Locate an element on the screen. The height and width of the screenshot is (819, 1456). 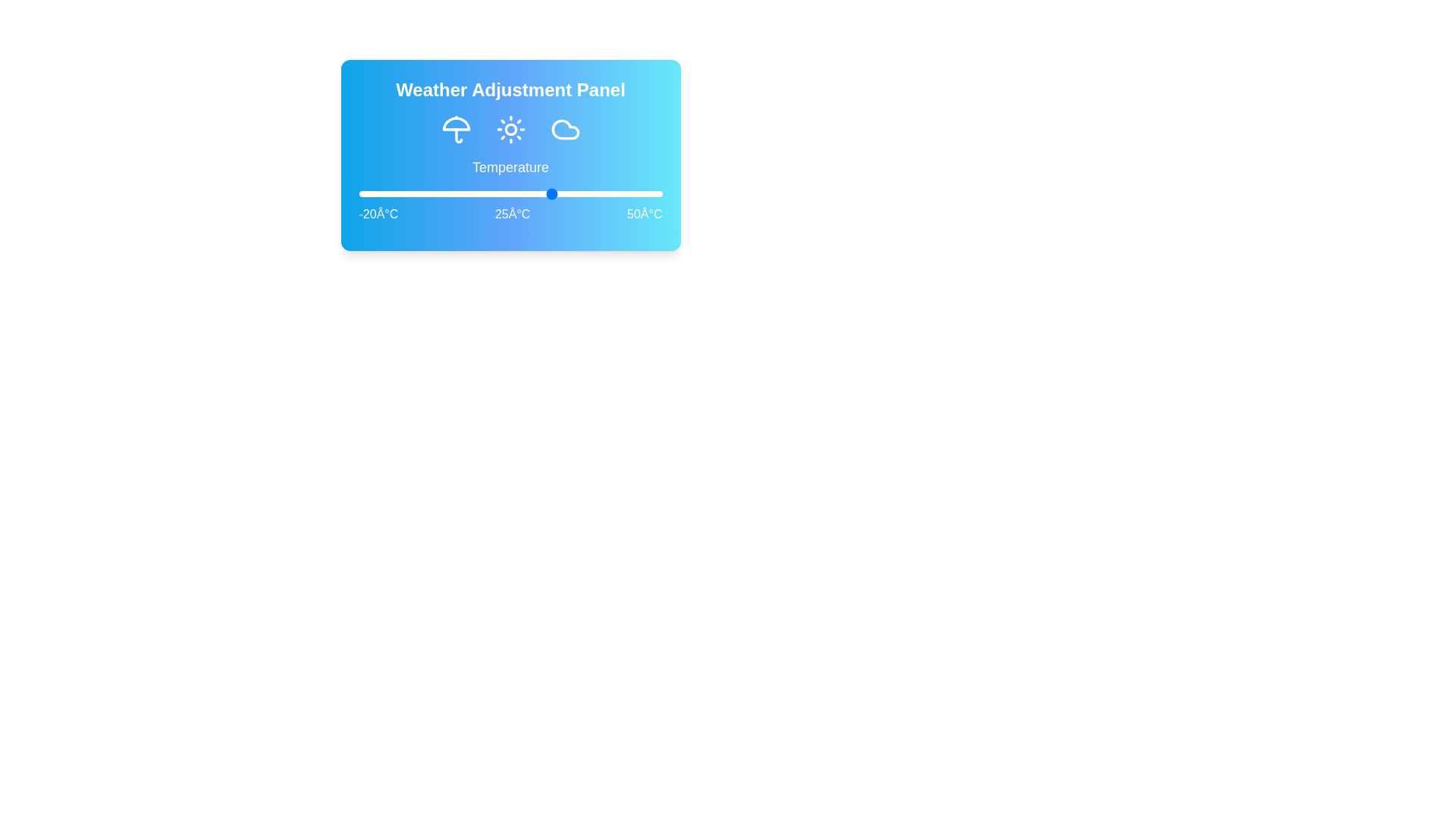
the Weather Adjustment Panel to focus on it is located at coordinates (510, 155).